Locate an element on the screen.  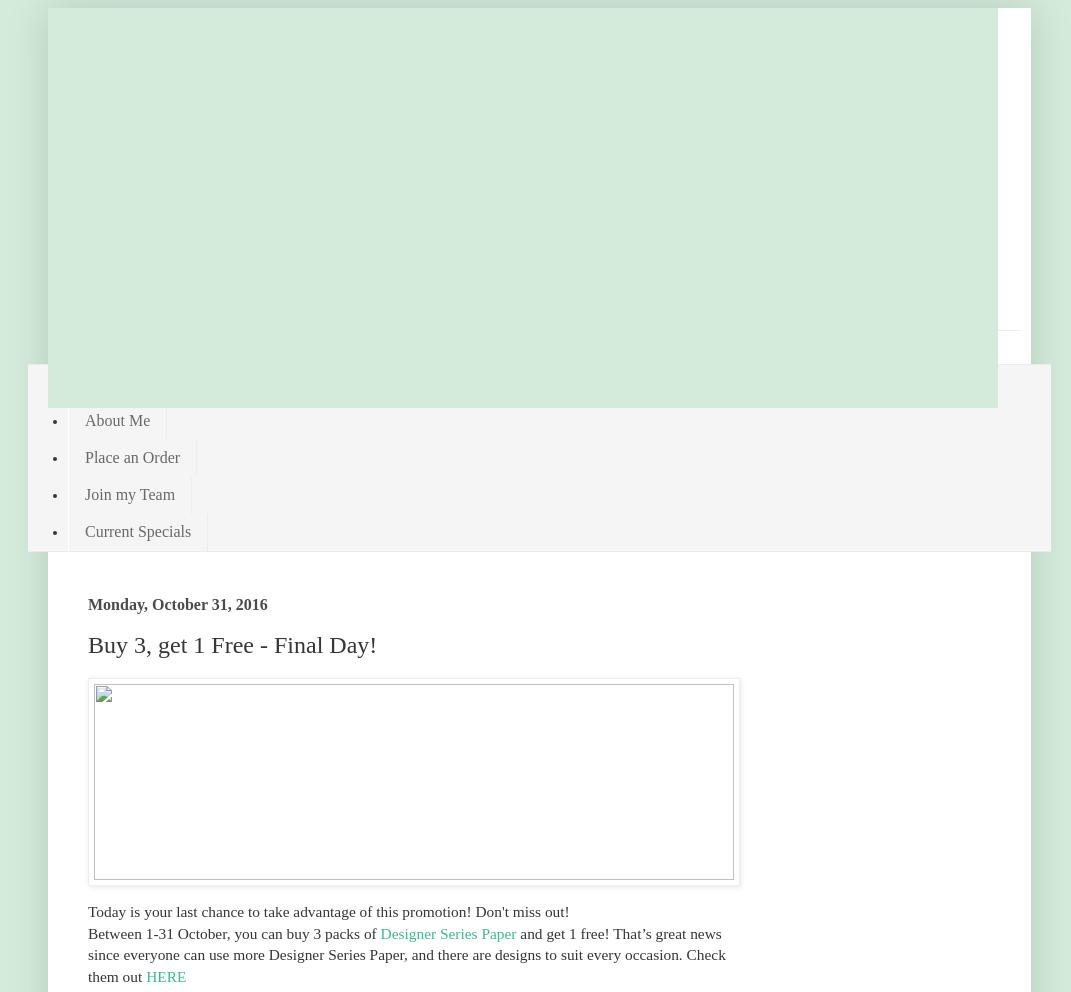
'HERE' is located at coordinates (165, 975).